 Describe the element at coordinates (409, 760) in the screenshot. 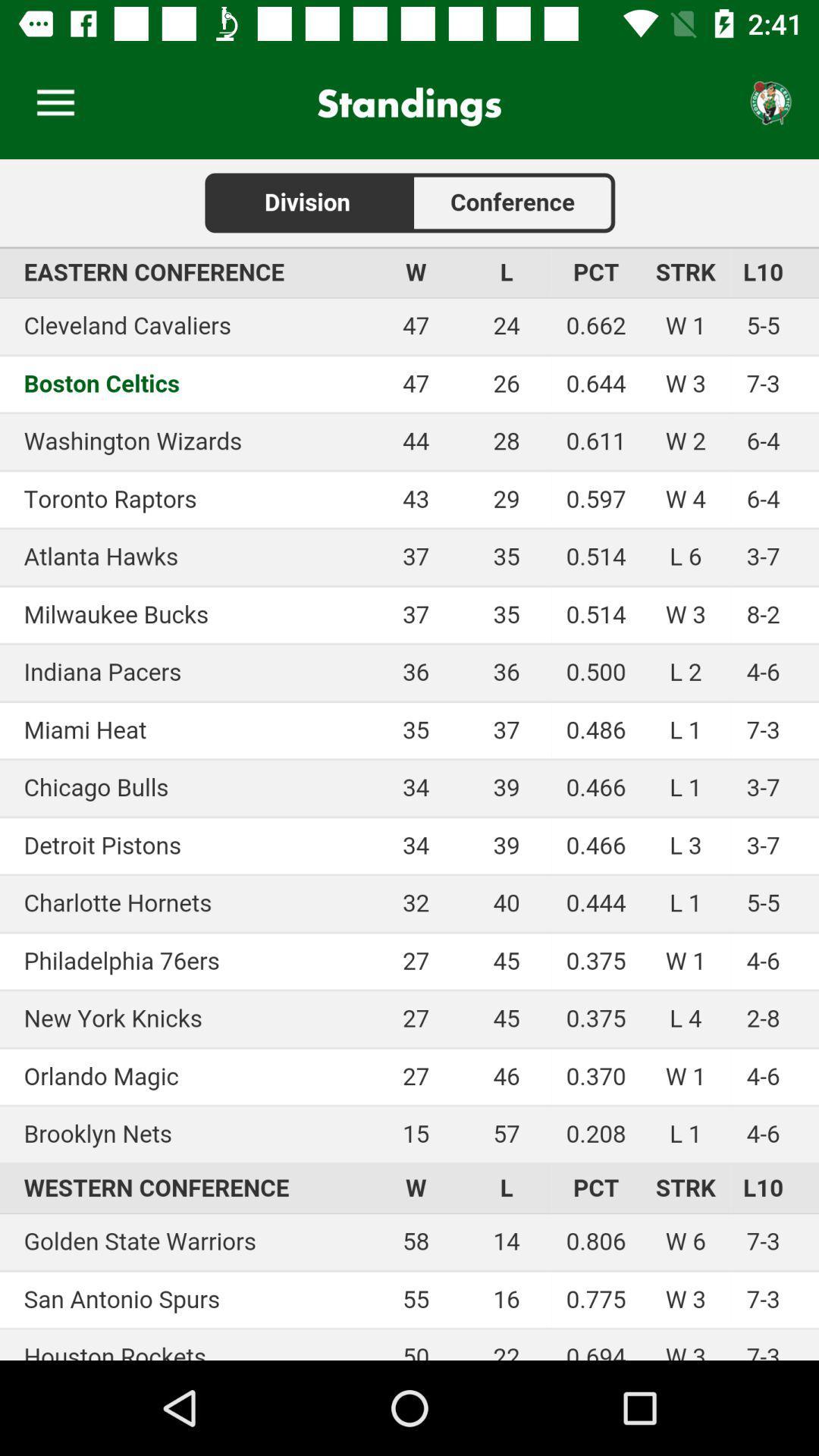

I see `scores` at that location.